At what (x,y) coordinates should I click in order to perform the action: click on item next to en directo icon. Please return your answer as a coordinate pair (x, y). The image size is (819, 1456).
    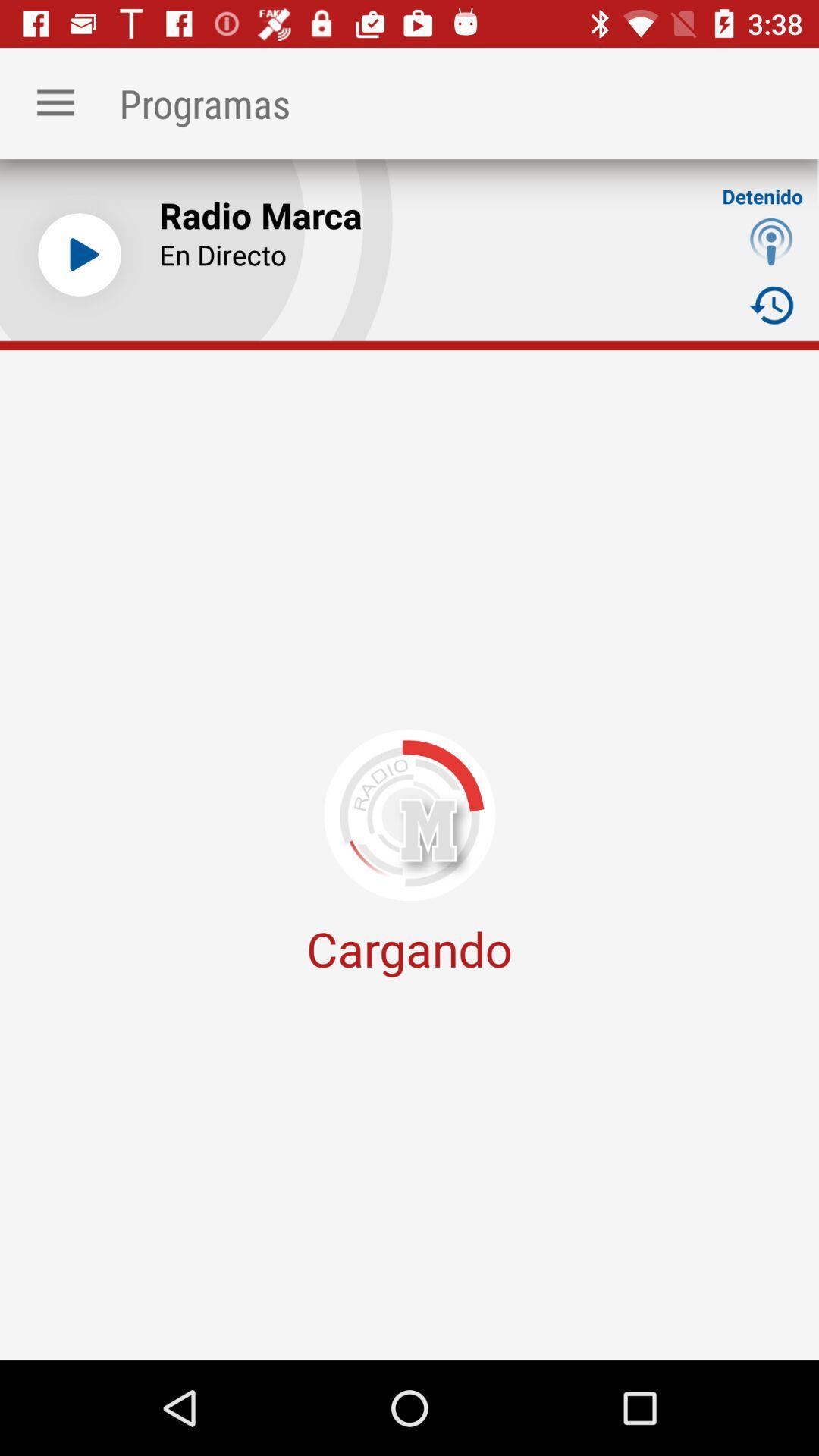
    Looking at the image, I should click on (771, 304).